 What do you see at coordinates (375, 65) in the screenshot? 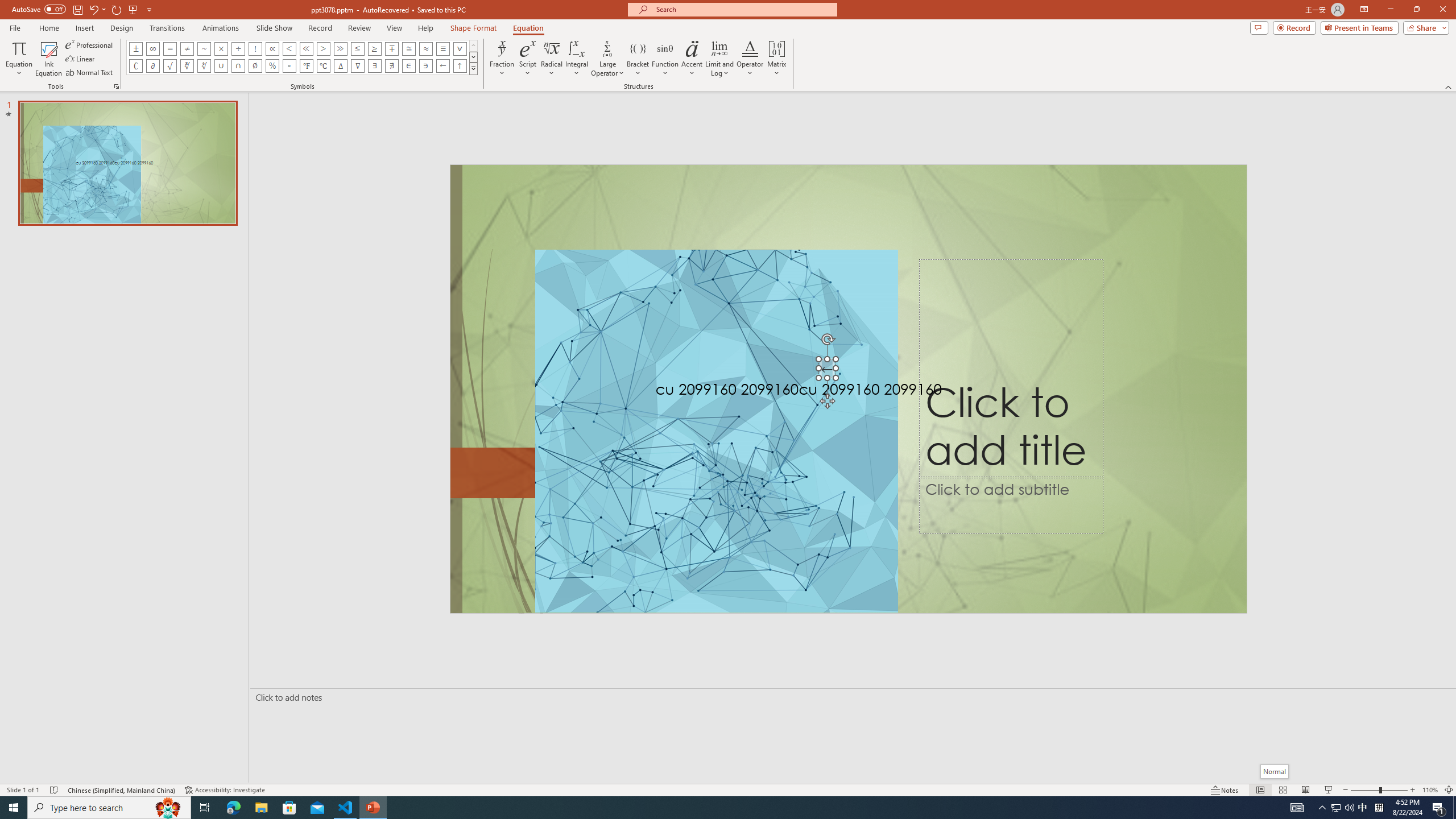
I see `'Equation Symbol There Exists'` at bounding box center [375, 65].